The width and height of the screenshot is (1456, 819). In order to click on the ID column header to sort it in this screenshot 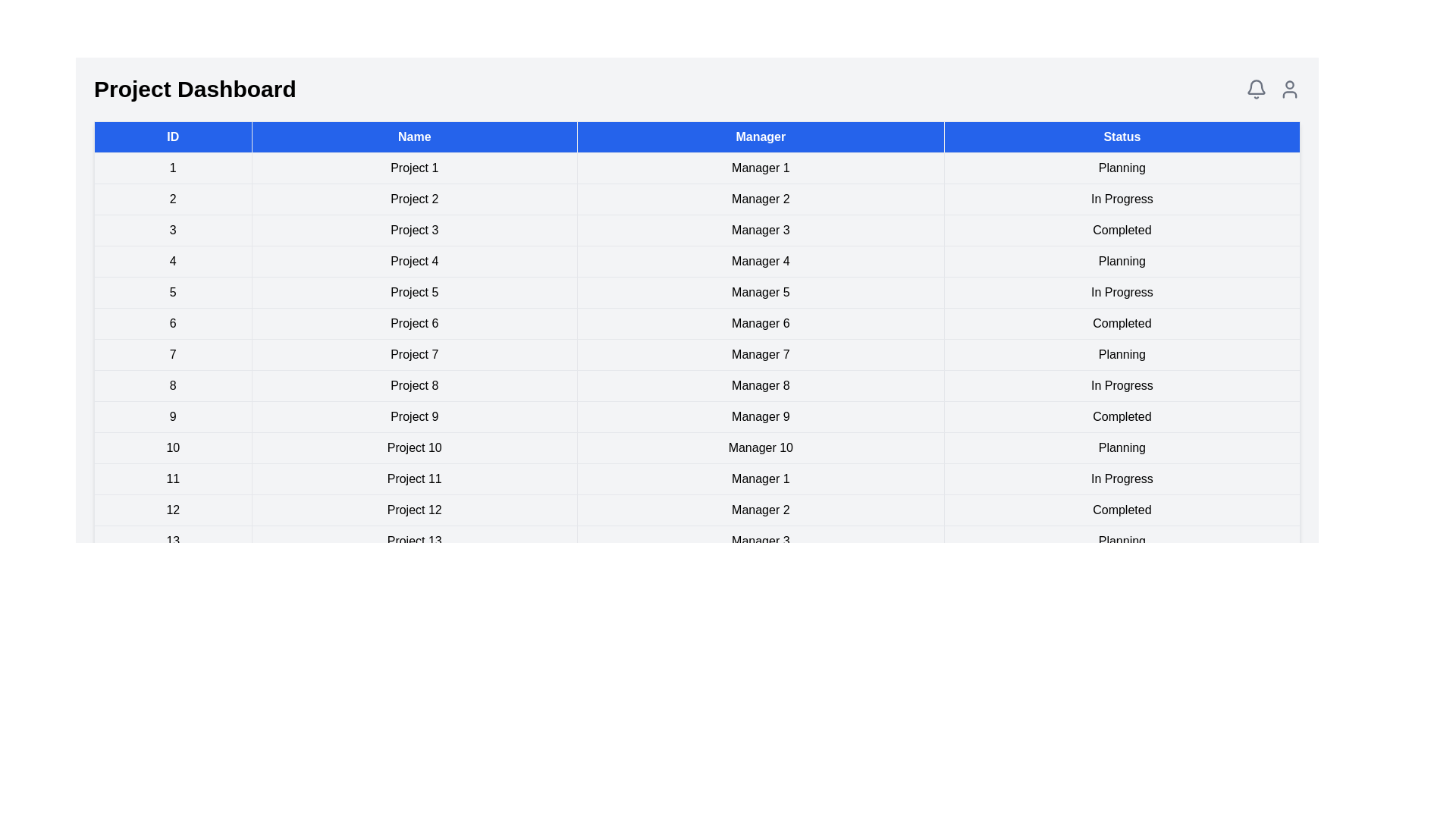, I will do `click(173, 137)`.